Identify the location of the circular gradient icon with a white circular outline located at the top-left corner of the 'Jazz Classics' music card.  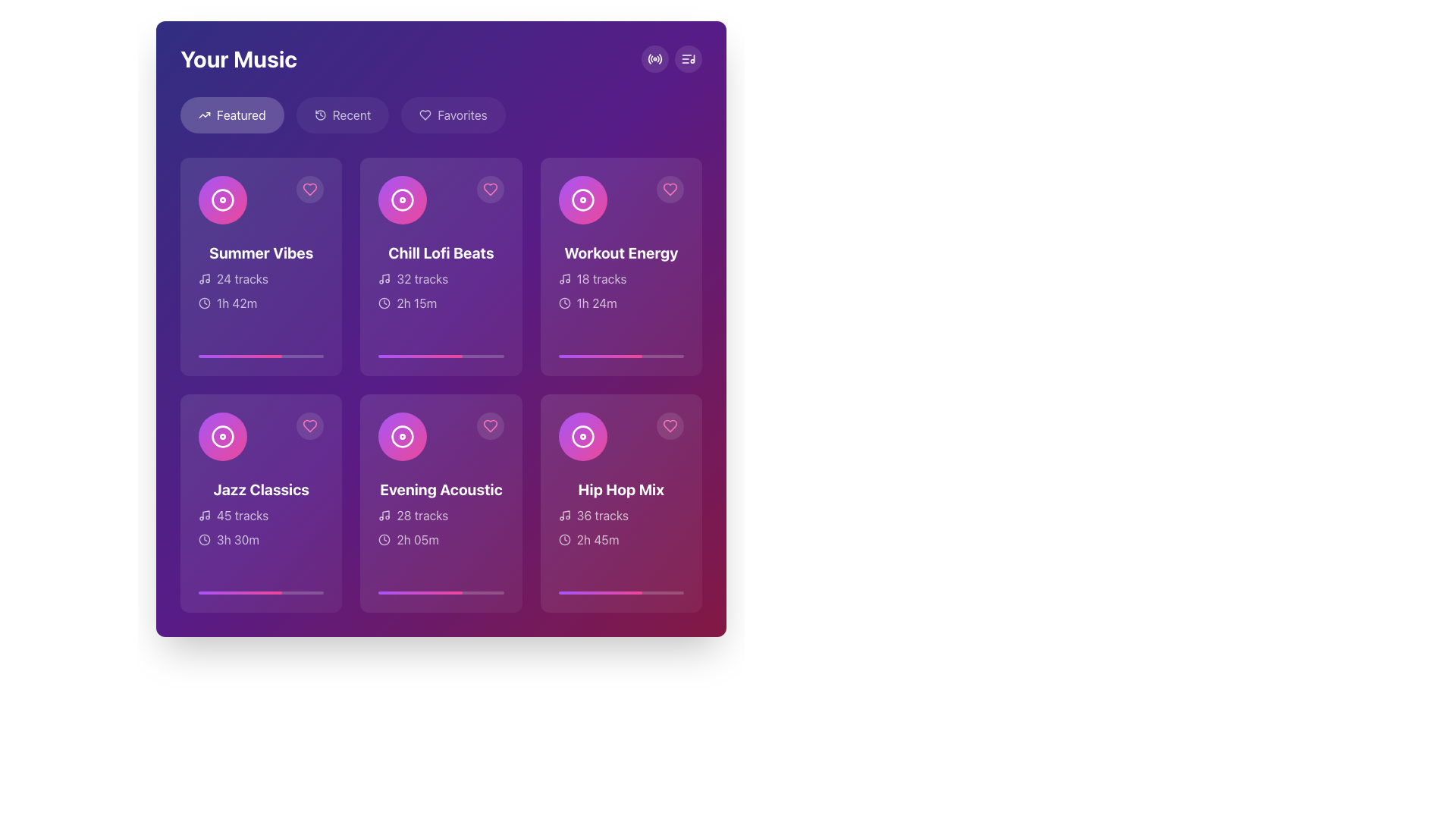
(221, 436).